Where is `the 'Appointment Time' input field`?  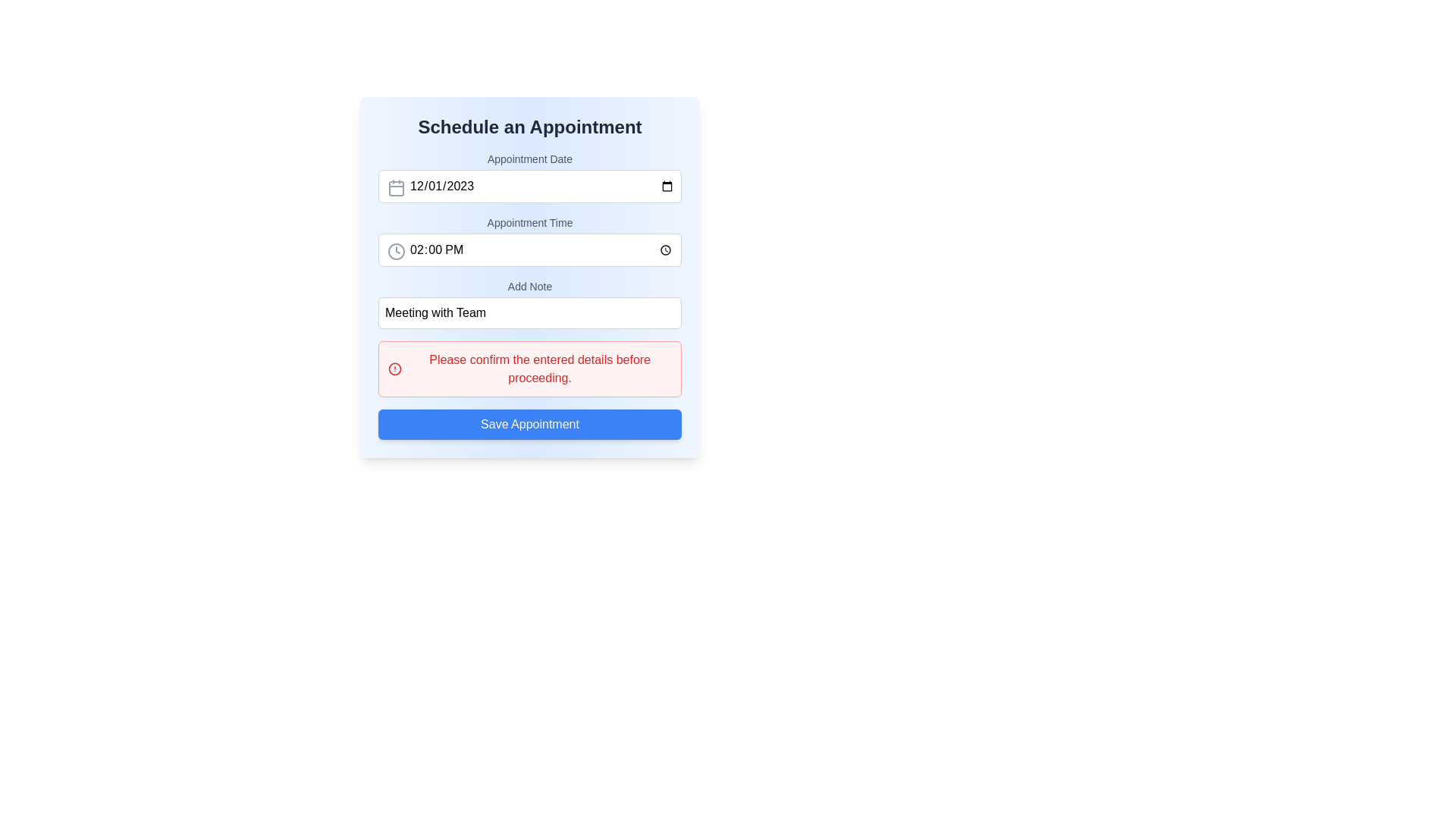
the 'Appointment Time' input field is located at coordinates (530, 240).